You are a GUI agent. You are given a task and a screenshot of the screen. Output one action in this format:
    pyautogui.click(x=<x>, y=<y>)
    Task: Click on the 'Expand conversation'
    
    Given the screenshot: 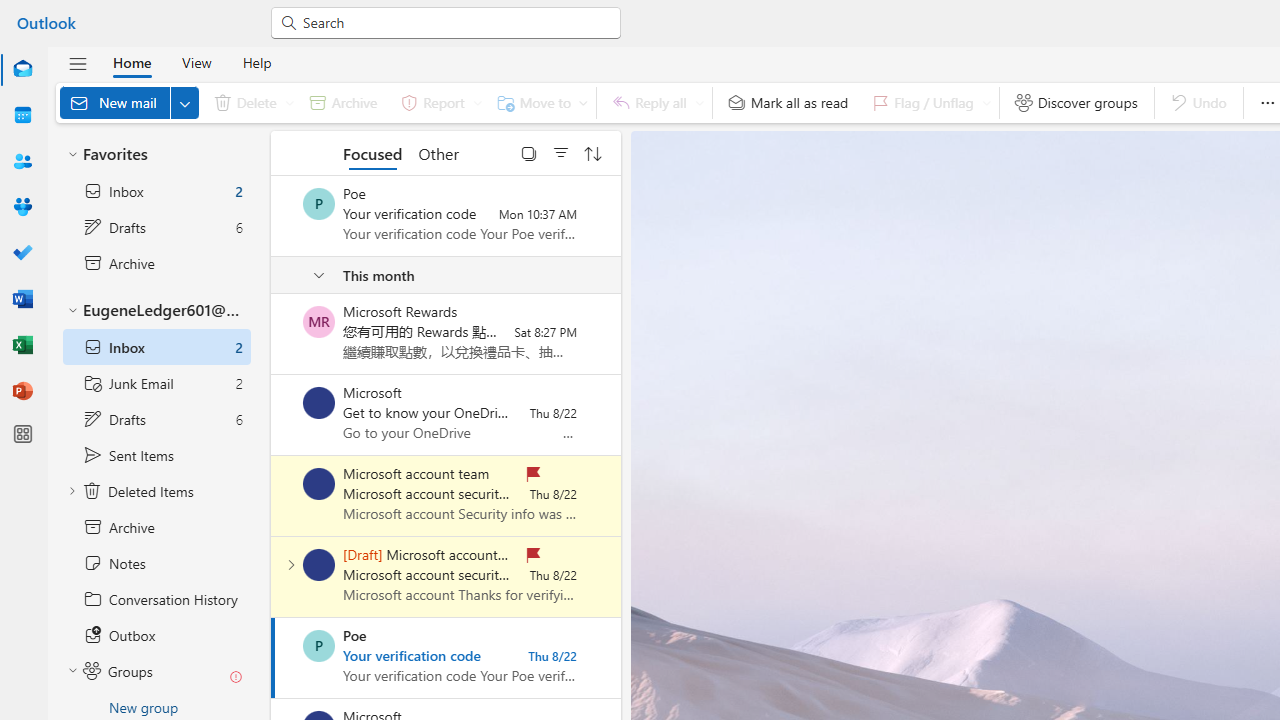 What is the action you would take?
    pyautogui.click(x=290, y=564)
    